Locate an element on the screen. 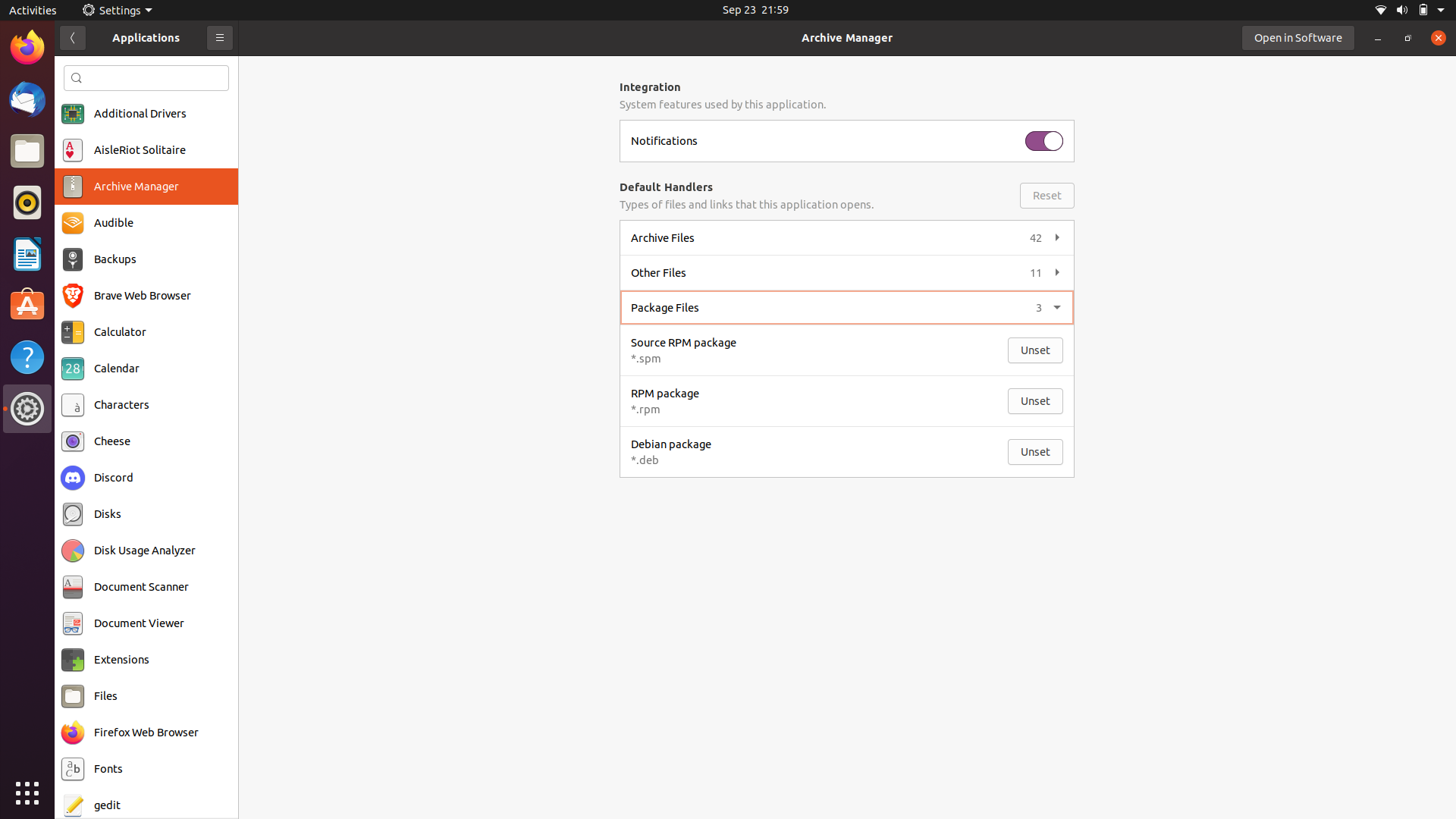 The height and width of the screenshot is (819, 1456). files through the search function is located at coordinates (146, 77).